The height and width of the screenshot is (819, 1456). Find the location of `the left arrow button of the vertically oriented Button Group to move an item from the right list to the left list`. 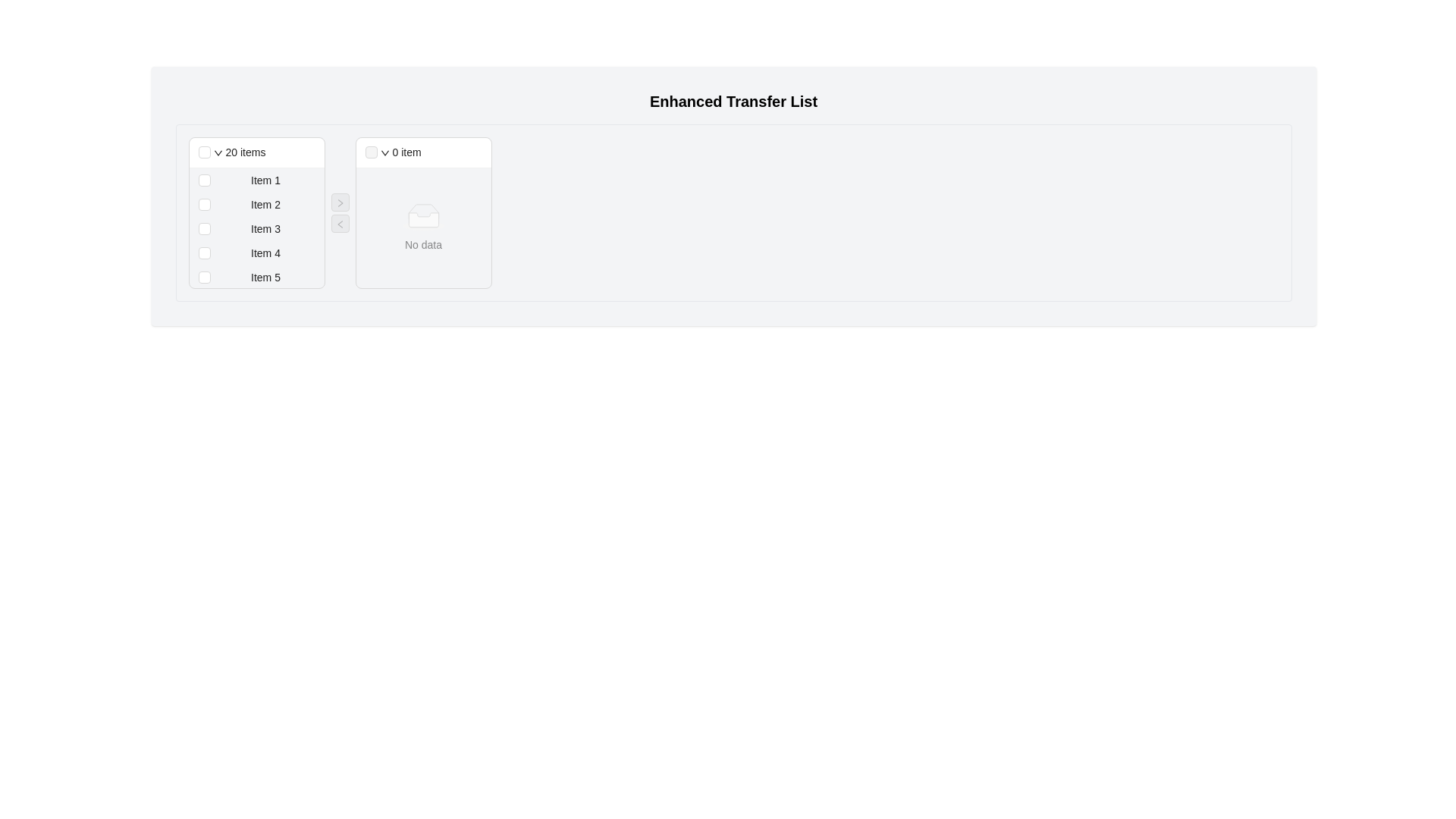

the left arrow button of the vertically oriented Button Group to move an item from the right list to the left list is located at coordinates (339, 213).